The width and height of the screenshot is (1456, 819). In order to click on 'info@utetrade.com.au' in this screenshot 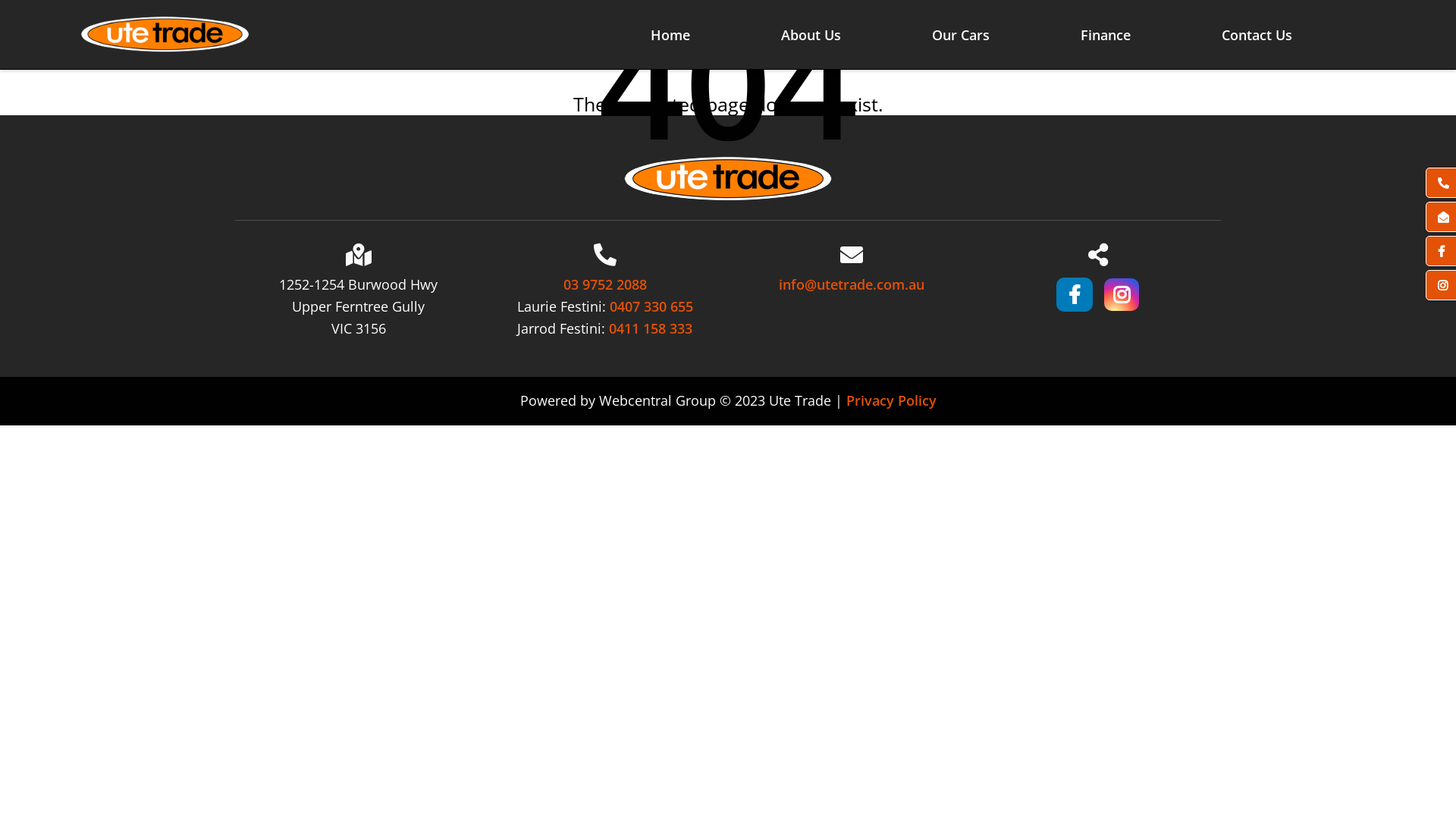, I will do `click(851, 284)`.